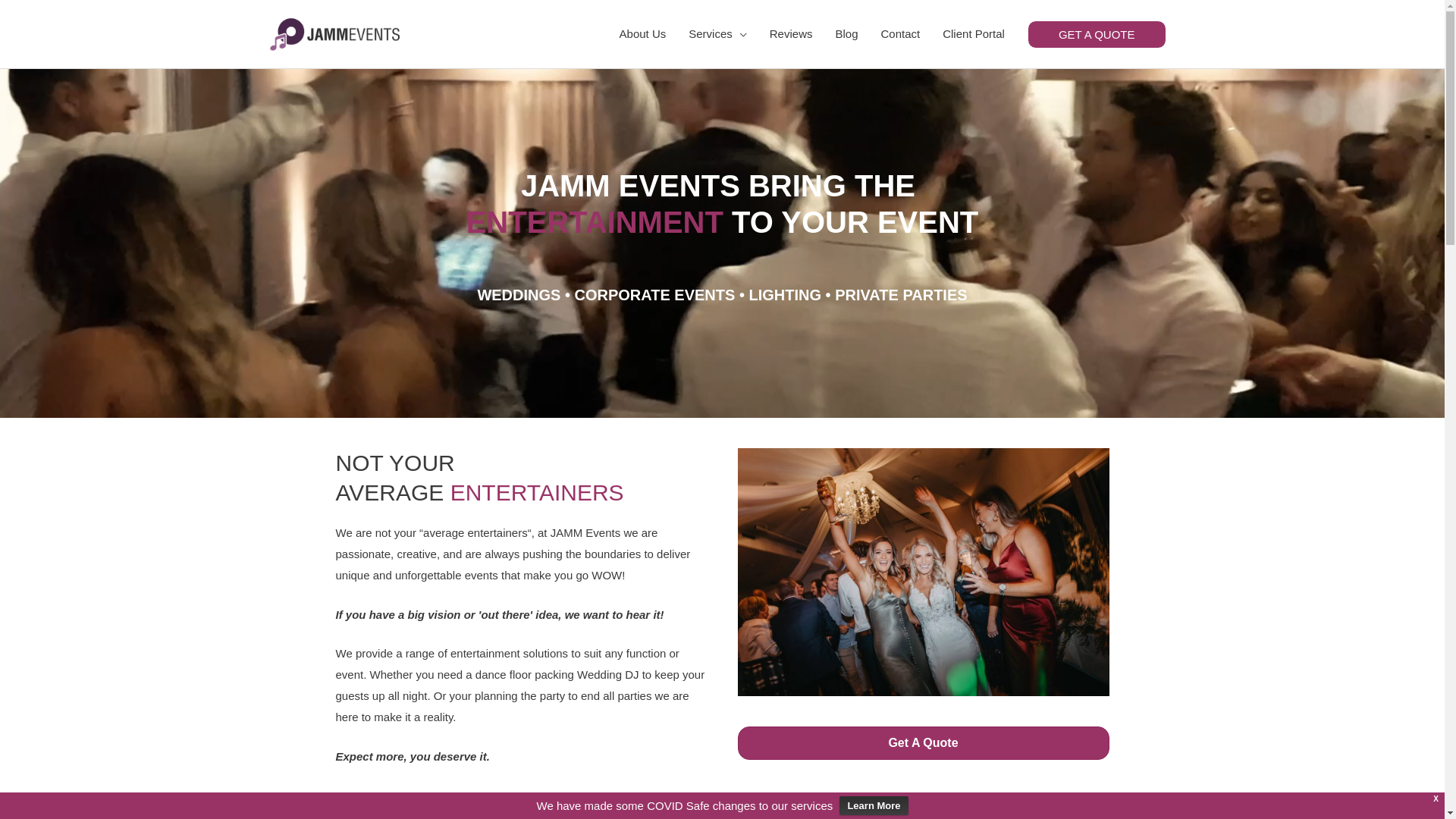  What do you see at coordinates (643, 34) in the screenshot?
I see `'About Us'` at bounding box center [643, 34].